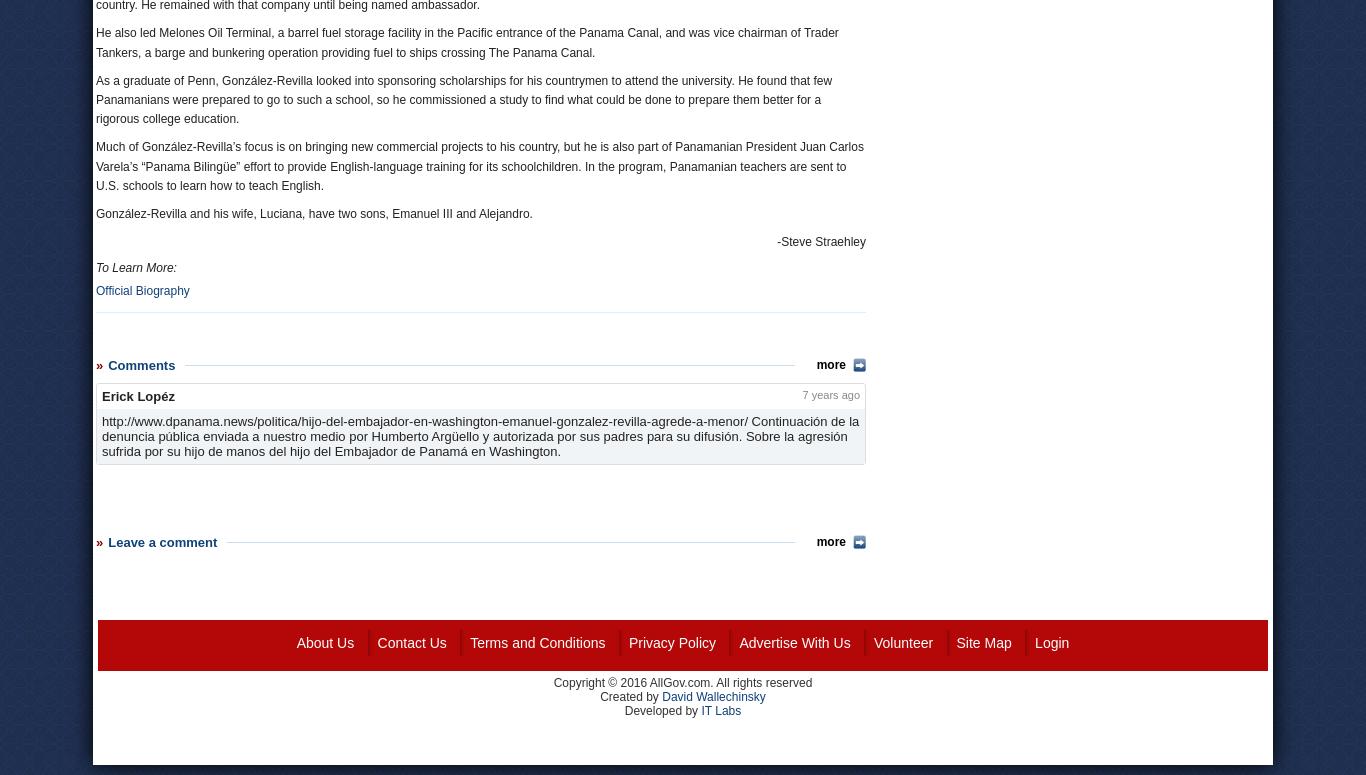 The width and height of the screenshot is (1366, 775). I want to click on 'David Wallechinsky', so click(713, 697).